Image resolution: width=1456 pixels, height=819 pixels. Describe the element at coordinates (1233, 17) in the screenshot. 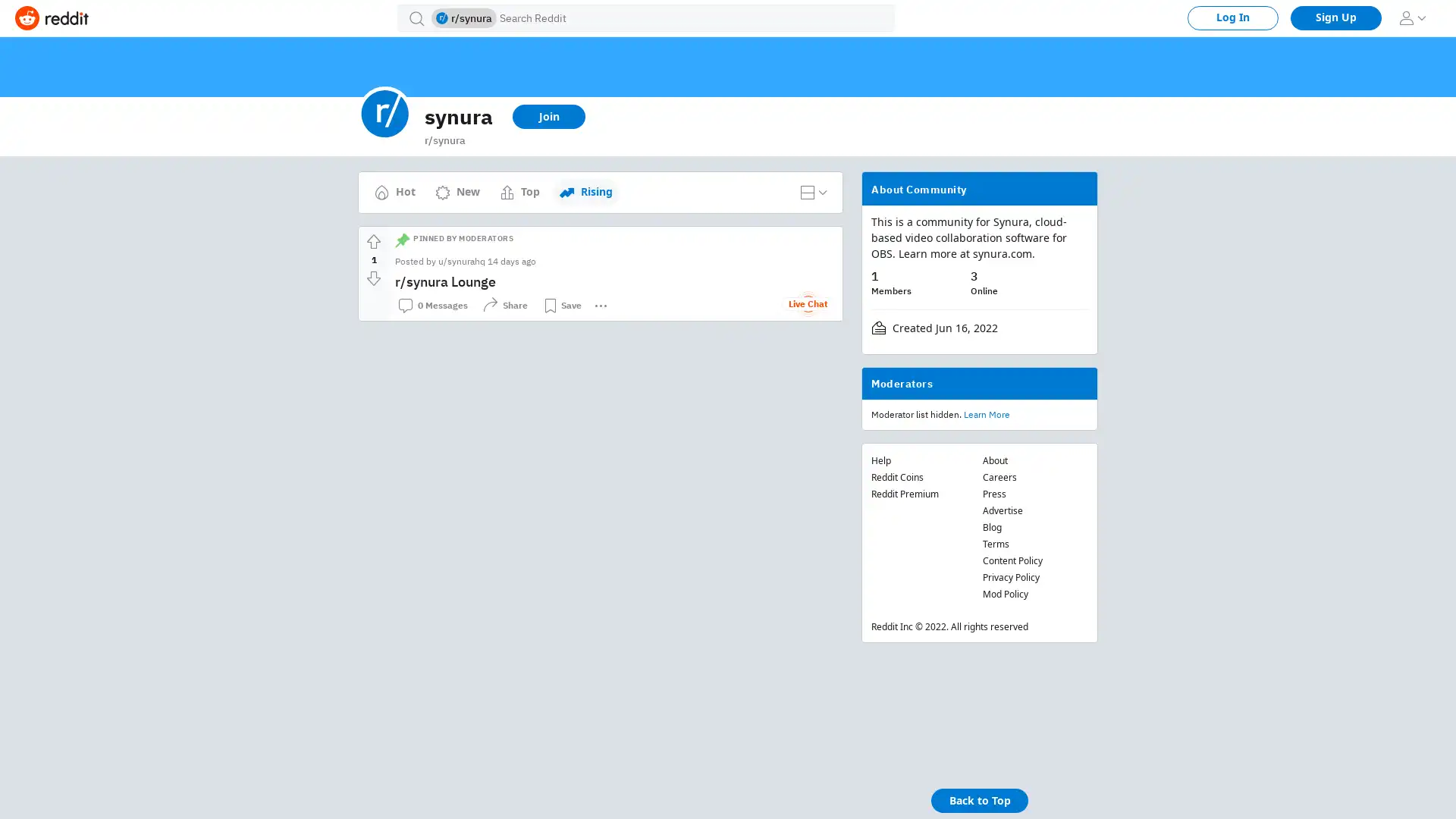

I see `Log In` at that location.